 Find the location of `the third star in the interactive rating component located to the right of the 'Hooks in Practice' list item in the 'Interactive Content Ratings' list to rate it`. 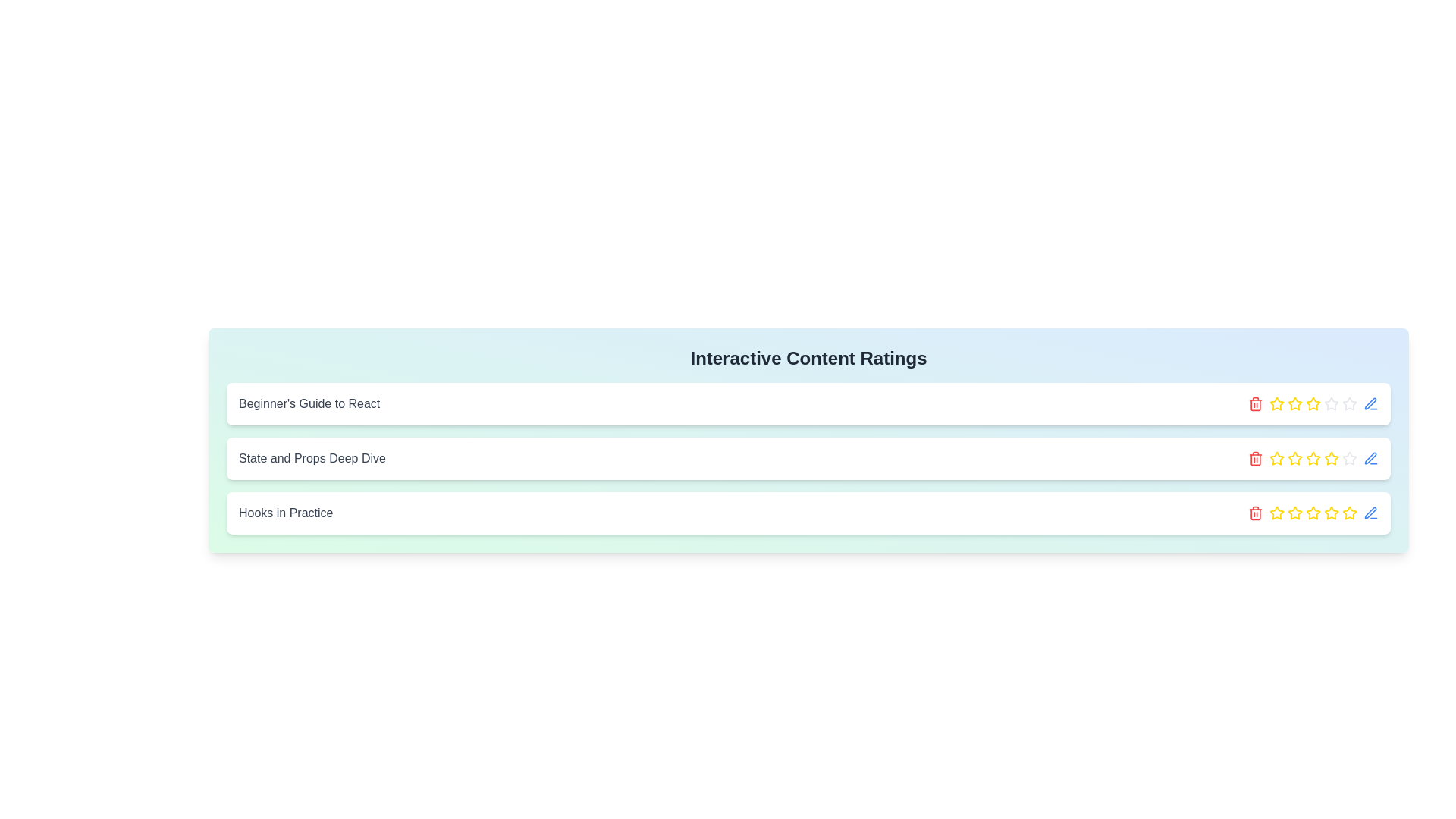

the third star in the interactive rating component located to the right of the 'Hooks in Practice' list item in the 'Interactive Content Ratings' list to rate it is located at coordinates (1313, 513).